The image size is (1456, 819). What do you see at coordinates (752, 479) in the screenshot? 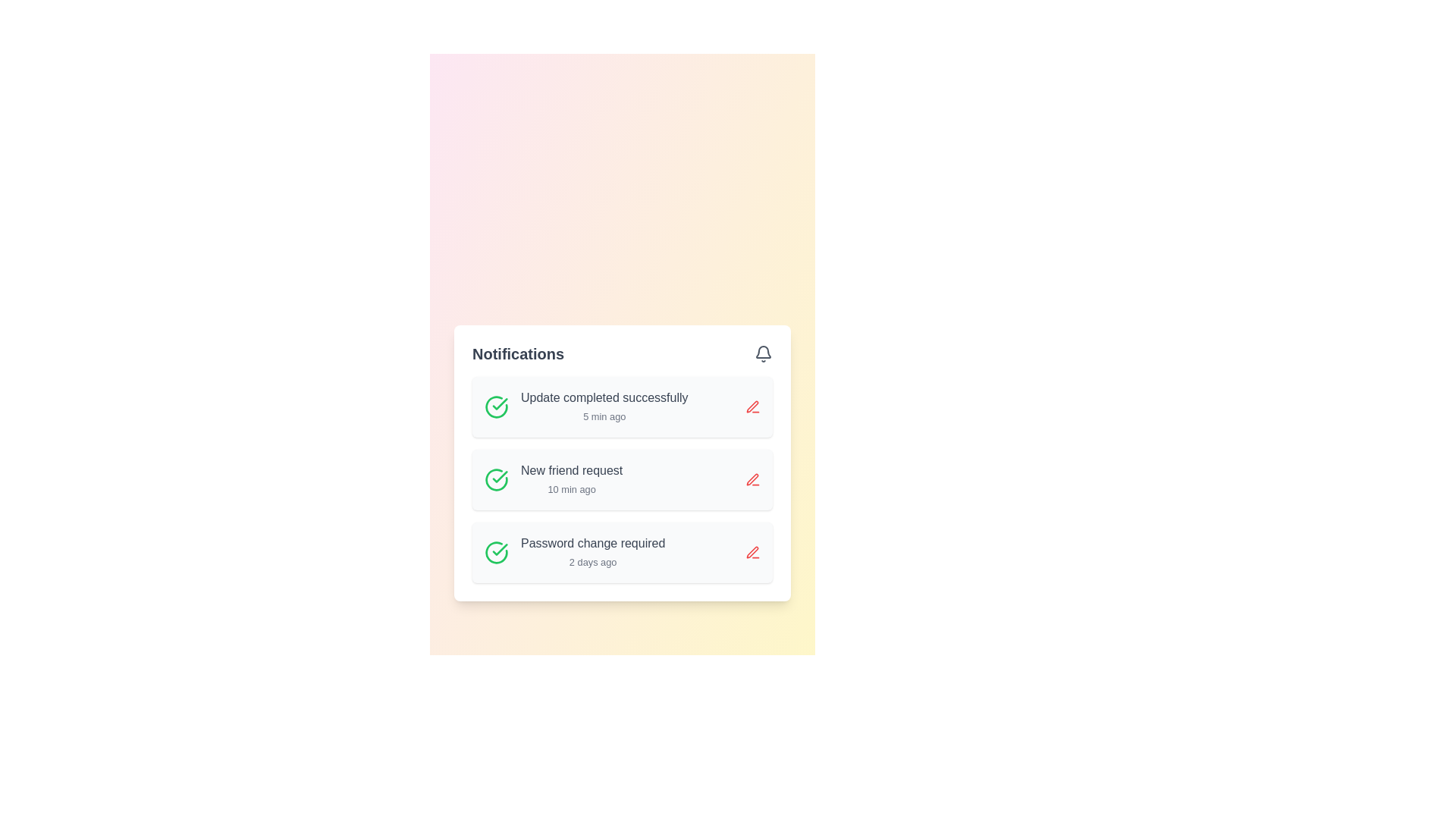
I see `the small red icon button resembling a pen, located in the bottom-right corner of the second notification box within the 'Notifications' card` at bounding box center [752, 479].